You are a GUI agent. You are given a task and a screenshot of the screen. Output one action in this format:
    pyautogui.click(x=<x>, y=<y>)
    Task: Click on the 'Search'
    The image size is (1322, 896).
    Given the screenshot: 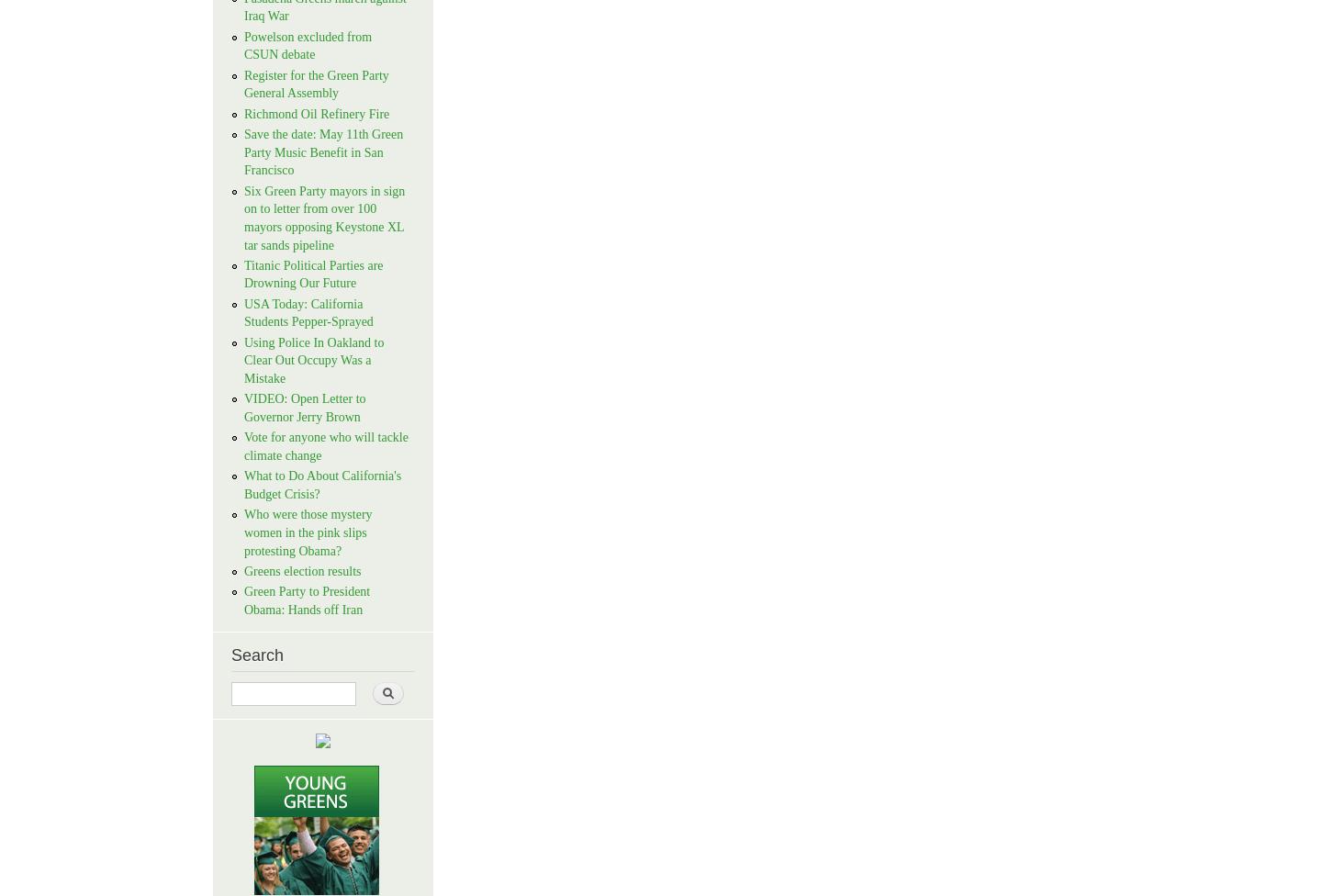 What is the action you would take?
    pyautogui.click(x=256, y=655)
    